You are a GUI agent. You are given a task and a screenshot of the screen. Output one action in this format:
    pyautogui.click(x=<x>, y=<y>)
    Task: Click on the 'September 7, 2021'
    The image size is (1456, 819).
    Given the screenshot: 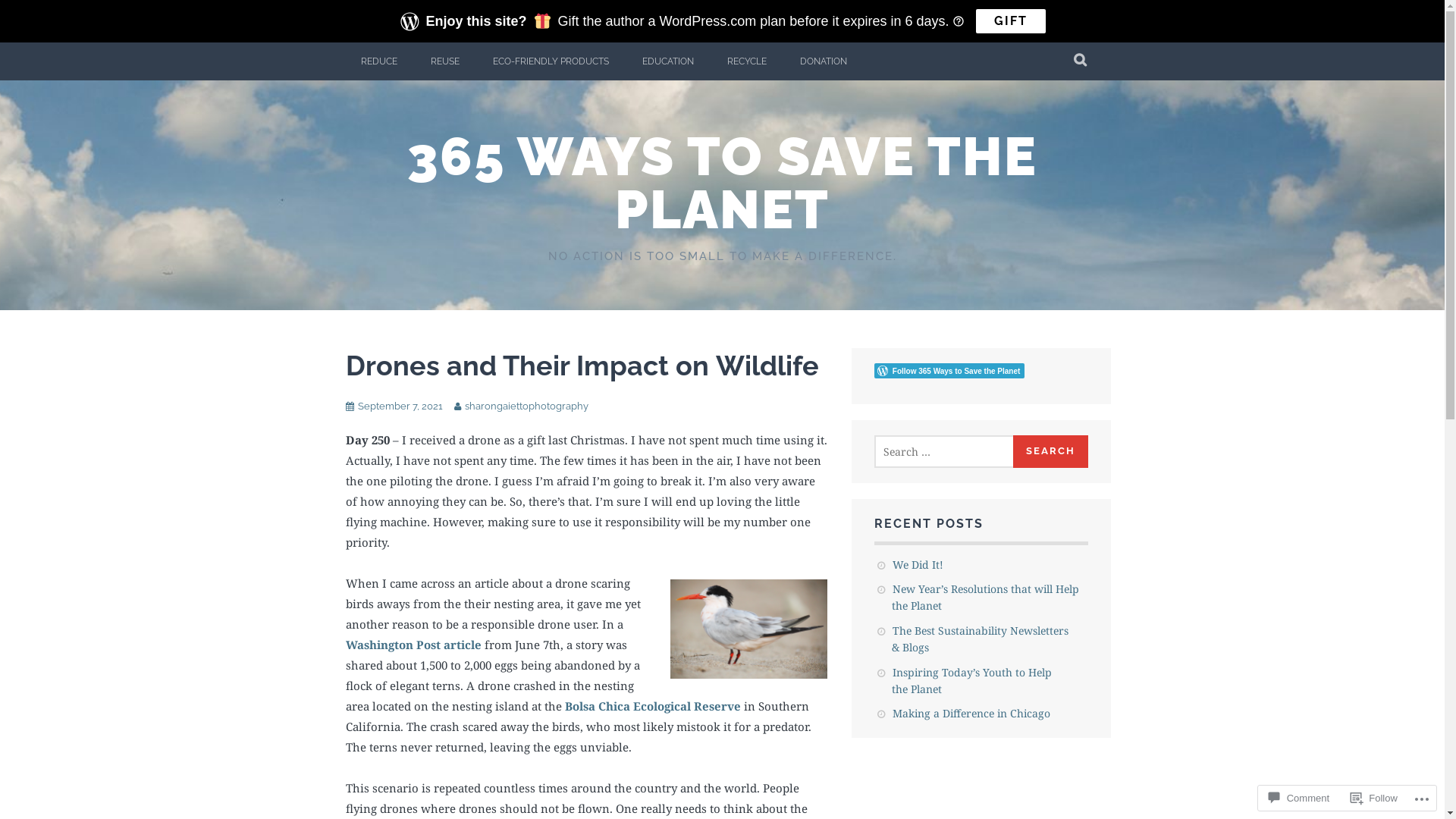 What is the action you would take?
    pyautogui.click(x=400, y=405)
    